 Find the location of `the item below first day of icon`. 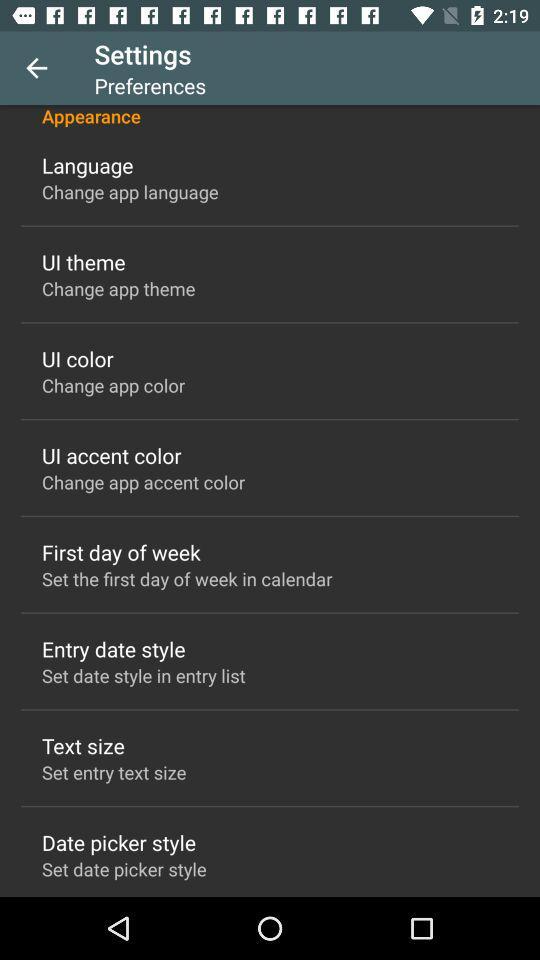

the item below first day of icon is located at coordinates (187, 578).